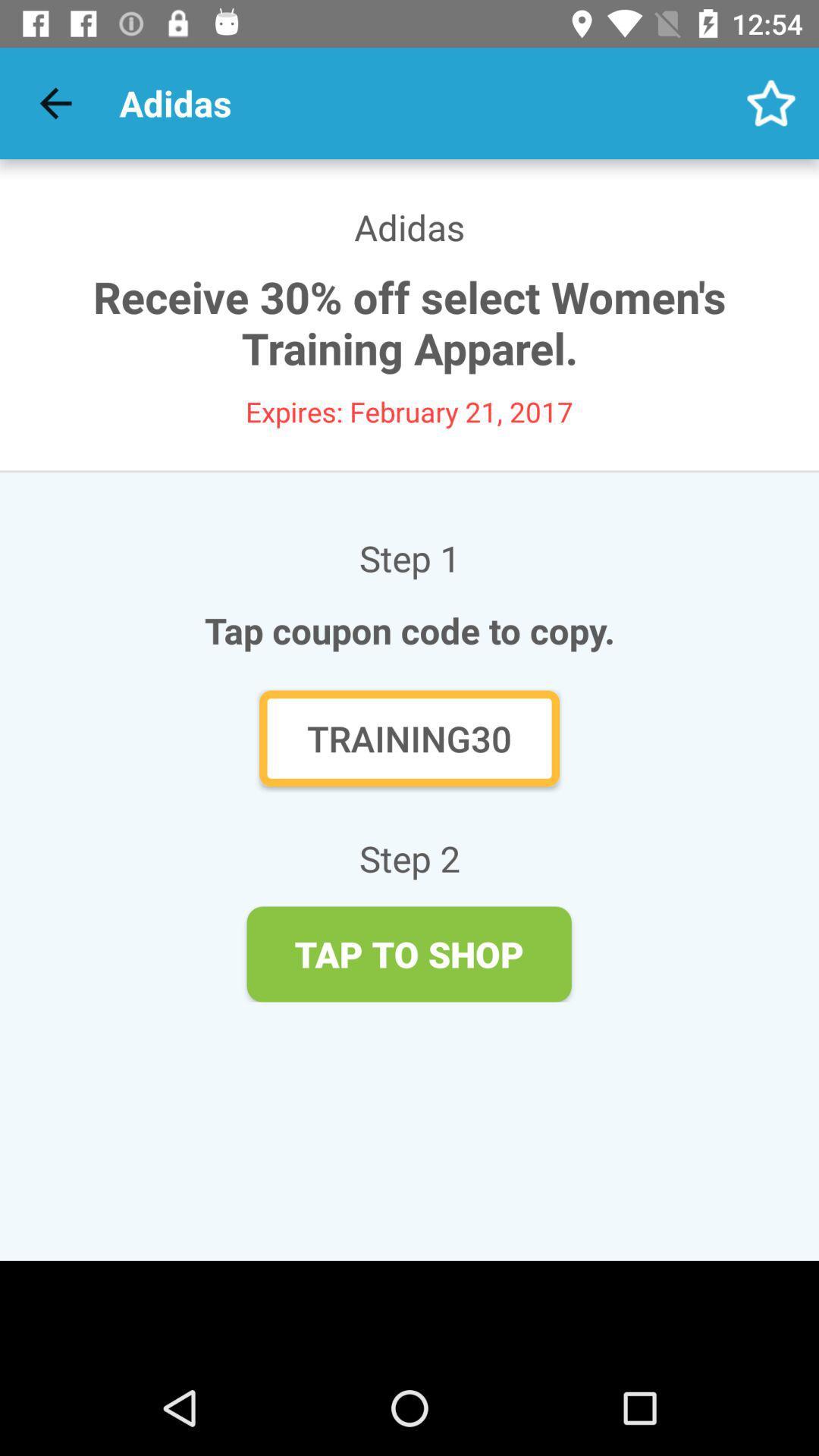  Describe the element at coordinates (771, 102) in the screenshot. I see `the item above adidas icon` at that location.